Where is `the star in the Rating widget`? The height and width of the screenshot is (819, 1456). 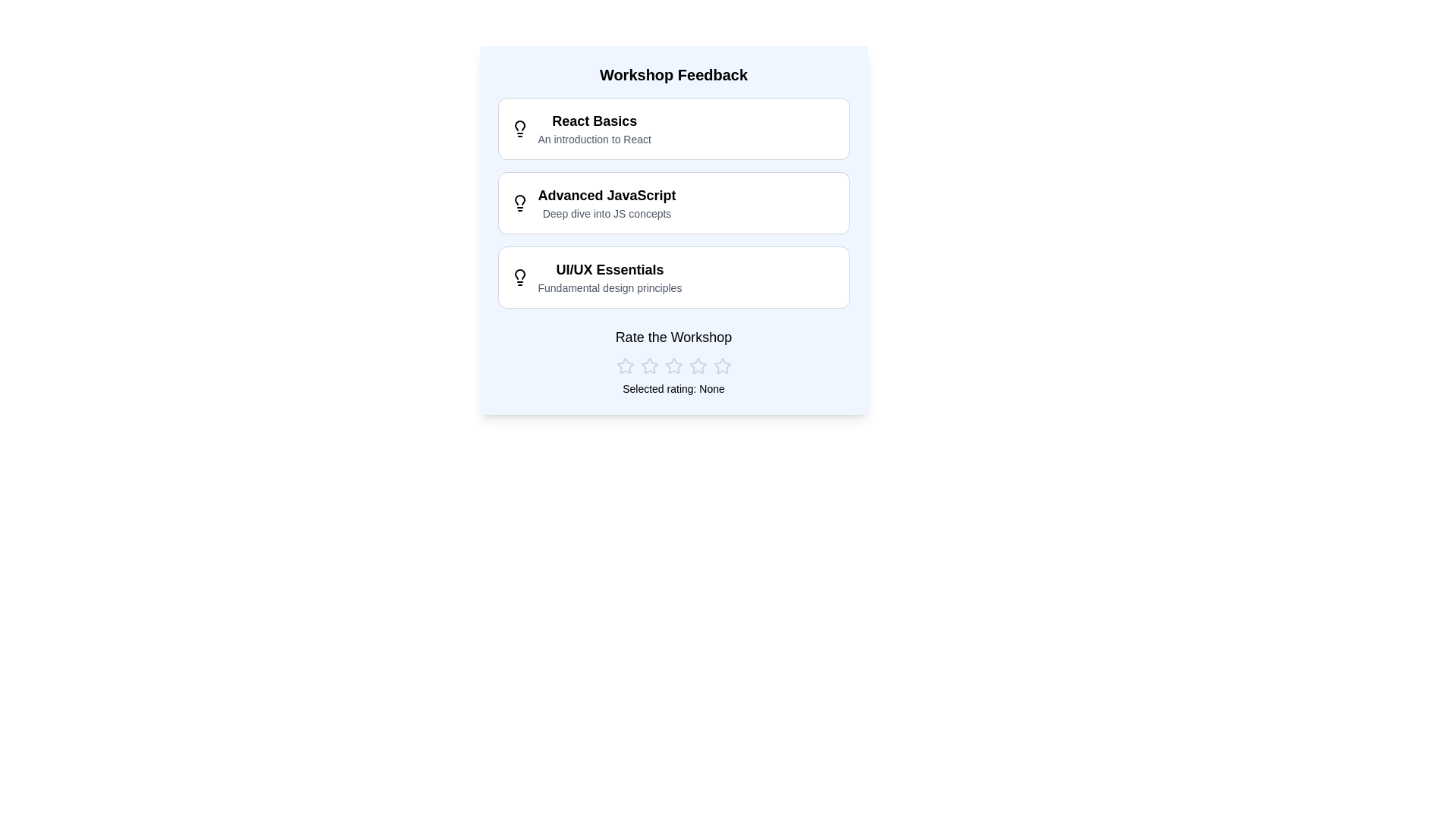 the star in the Rating widget is located at coordinates (673, 366).